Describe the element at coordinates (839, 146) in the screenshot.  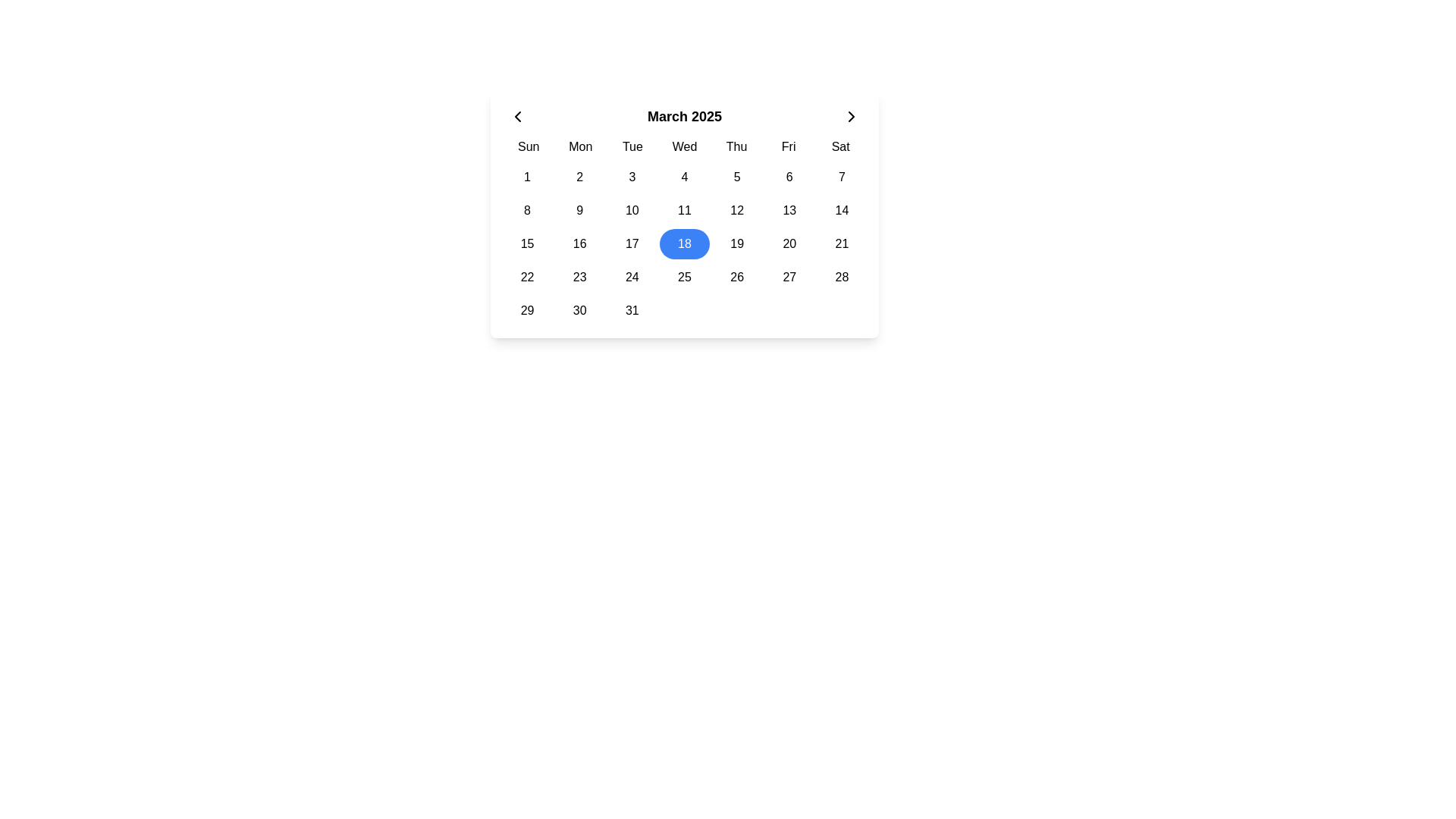
I see `the text label indicating 'Saturday' in the top right corner of the weekly calendar layout` at that location.